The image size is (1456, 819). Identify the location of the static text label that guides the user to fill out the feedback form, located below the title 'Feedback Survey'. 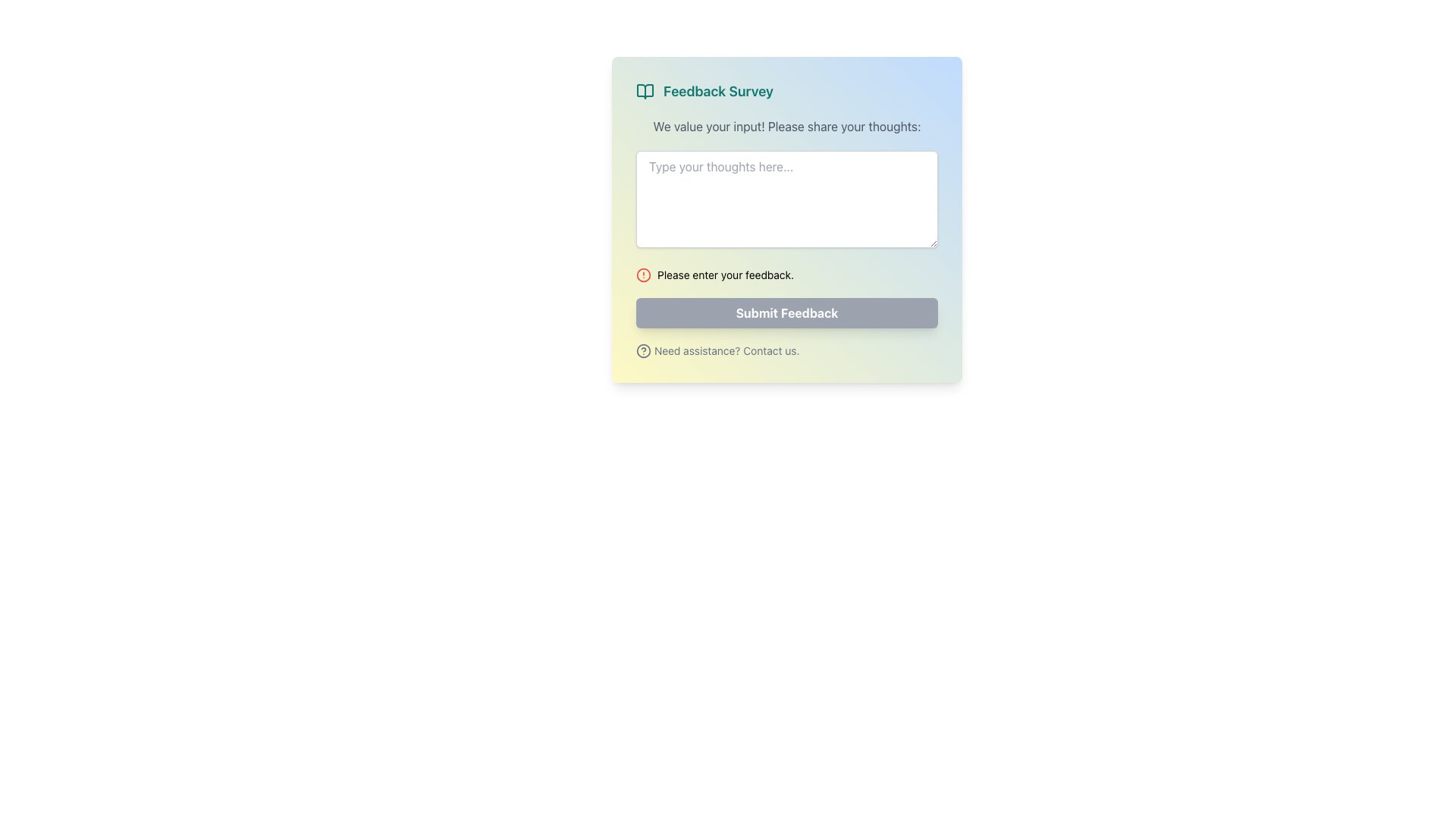
(786, 125).